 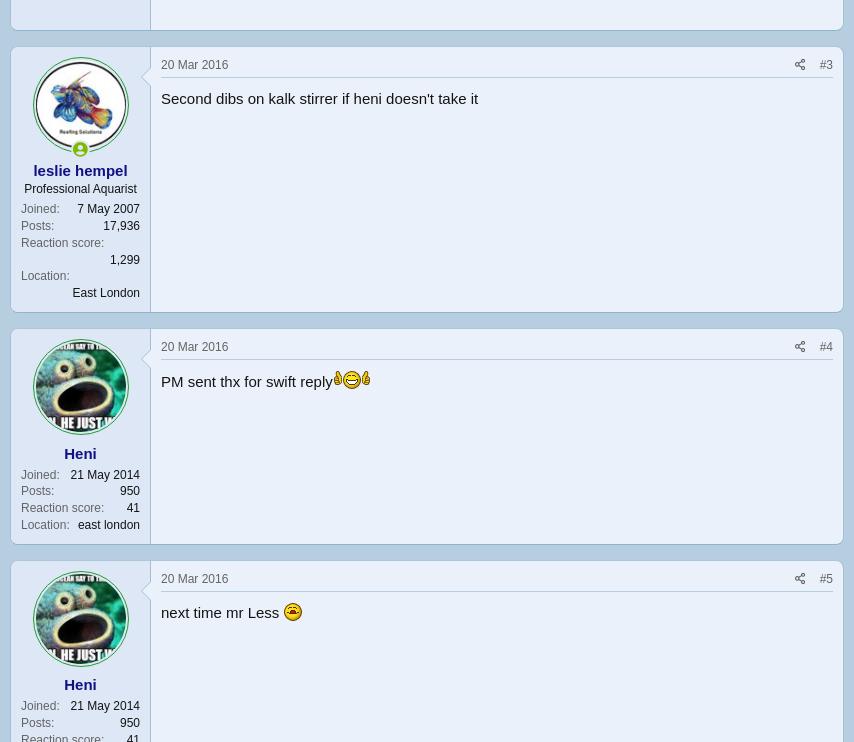 What do you see at coordinates (121, 225) in the screenshot?
I see `'17,936'` at bounding box center [121, 225].